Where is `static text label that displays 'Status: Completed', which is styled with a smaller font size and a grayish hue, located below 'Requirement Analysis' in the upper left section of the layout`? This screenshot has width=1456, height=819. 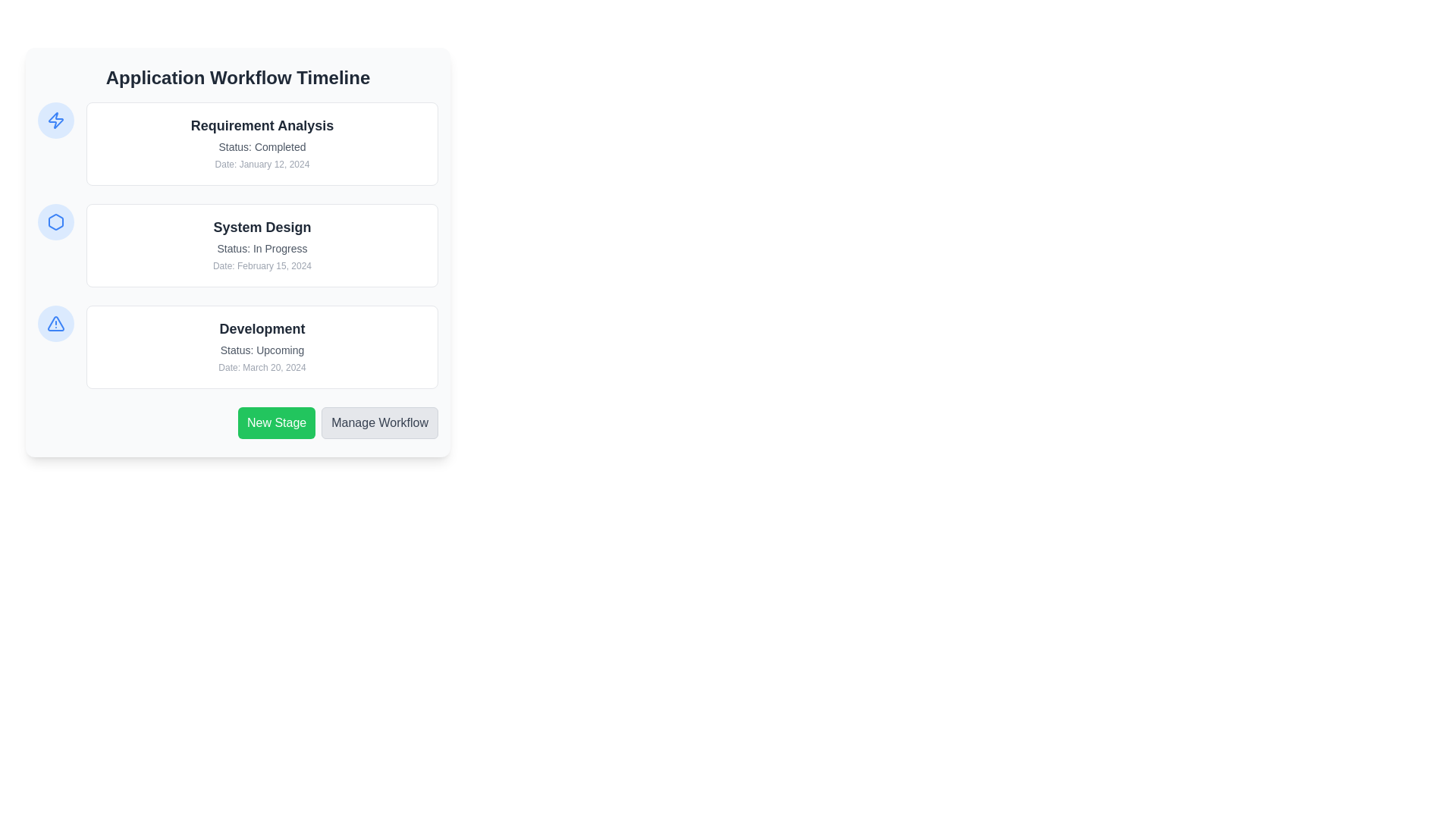
static text label that displays 'Status: Completed', which is styled with a smaller font size and a grayish hue, located below 'Requirement Analysis' in the upper left section of the layout is located at coordinates (262, 146).